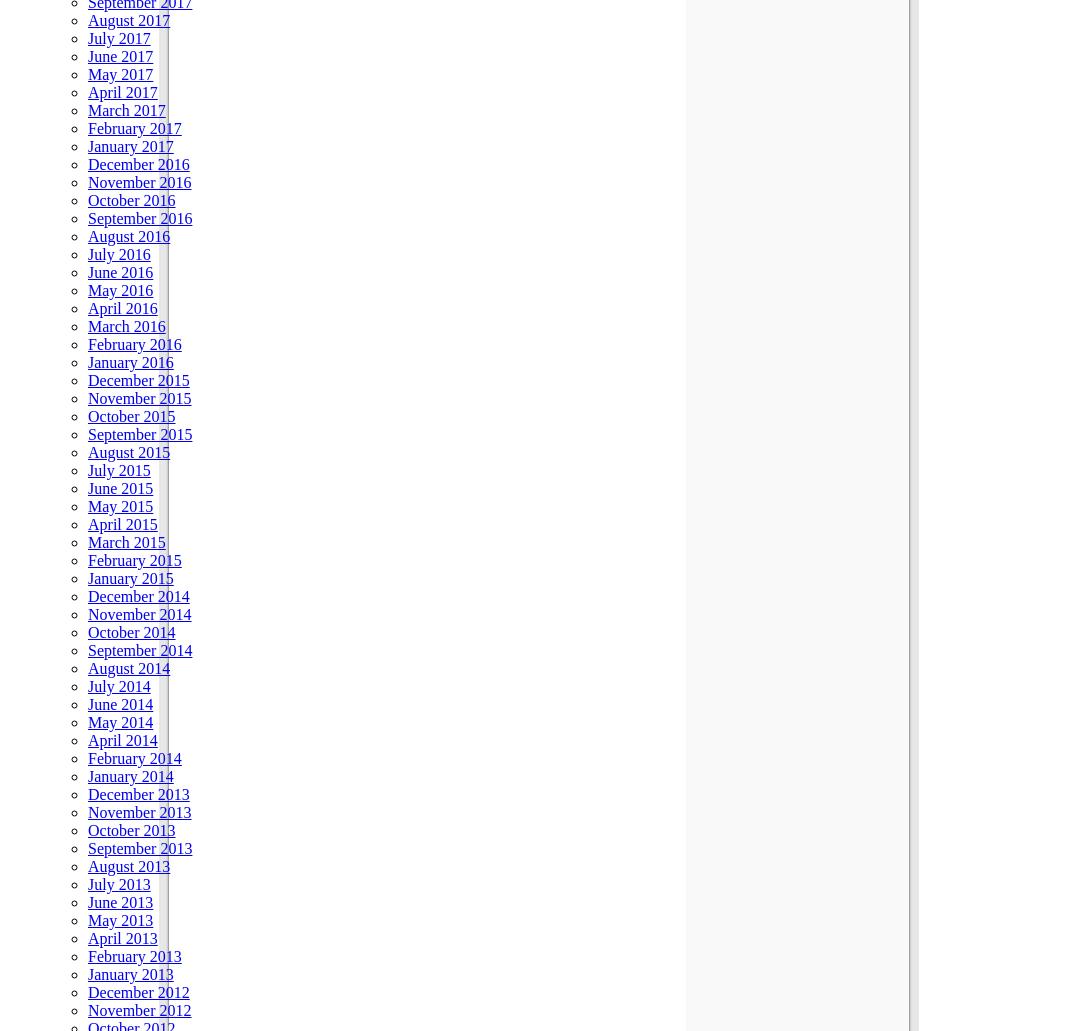 Image resolution: width=1077 pixels, height=1031 pixels. I want to click on 'June 2017', so click(119, 55).